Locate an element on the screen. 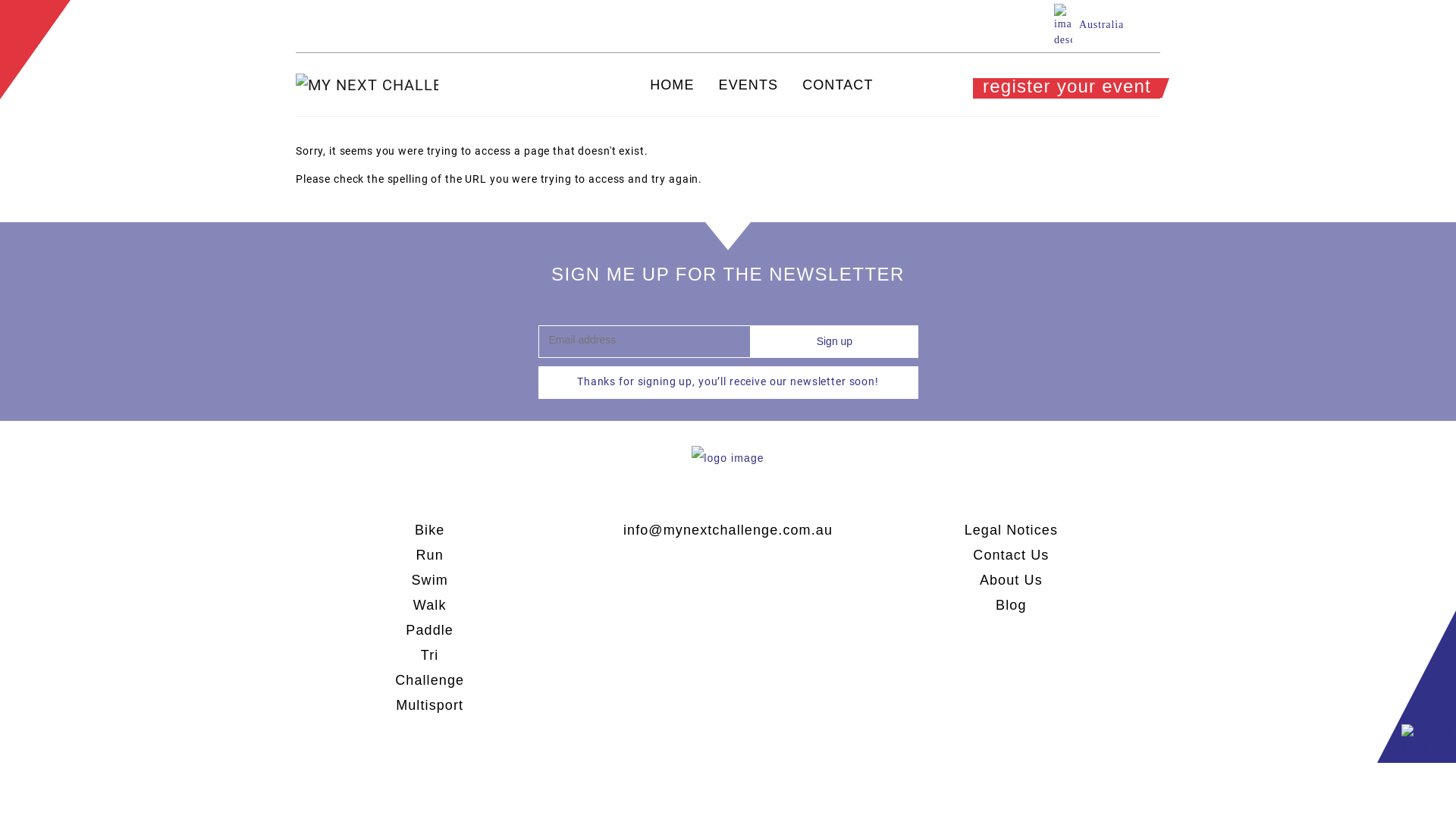 The width and height of the screenshot is (1456, 819). 'Sign up' is located at coordinates (833, 341).